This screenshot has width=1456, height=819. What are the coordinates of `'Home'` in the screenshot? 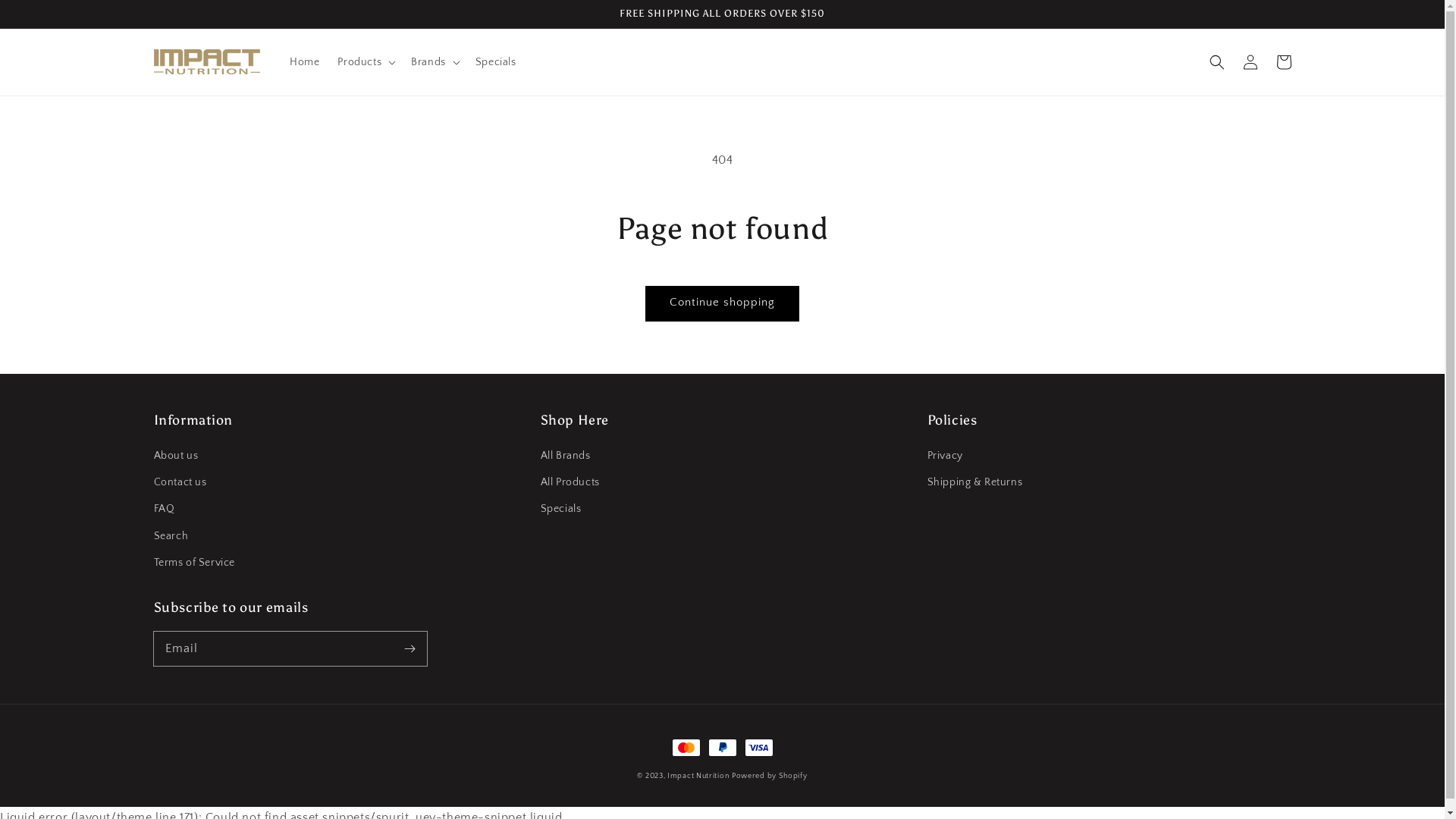 It's located at (280, 61).